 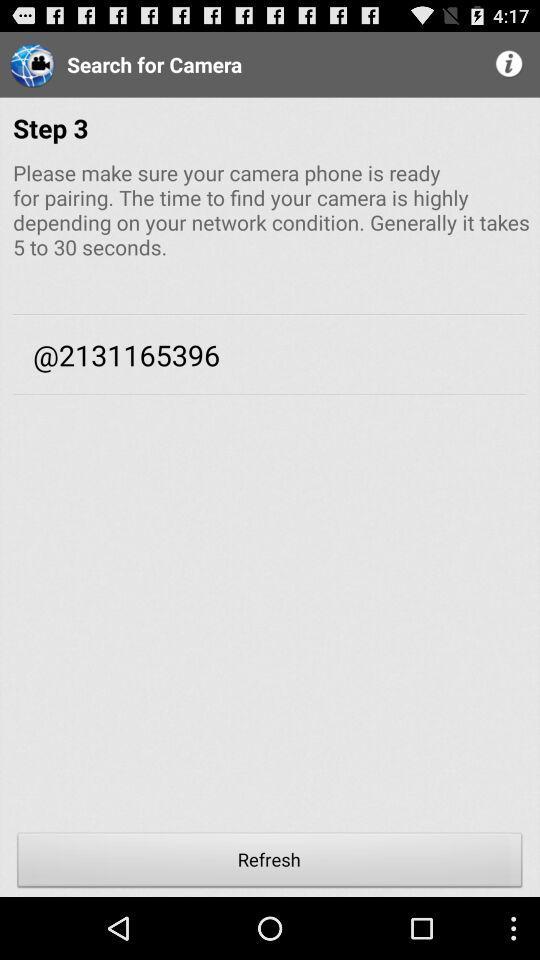 What do you see at coordinates (270, 861) in the screenshot?
I see `refresh item` at bounding box center [270, 861].